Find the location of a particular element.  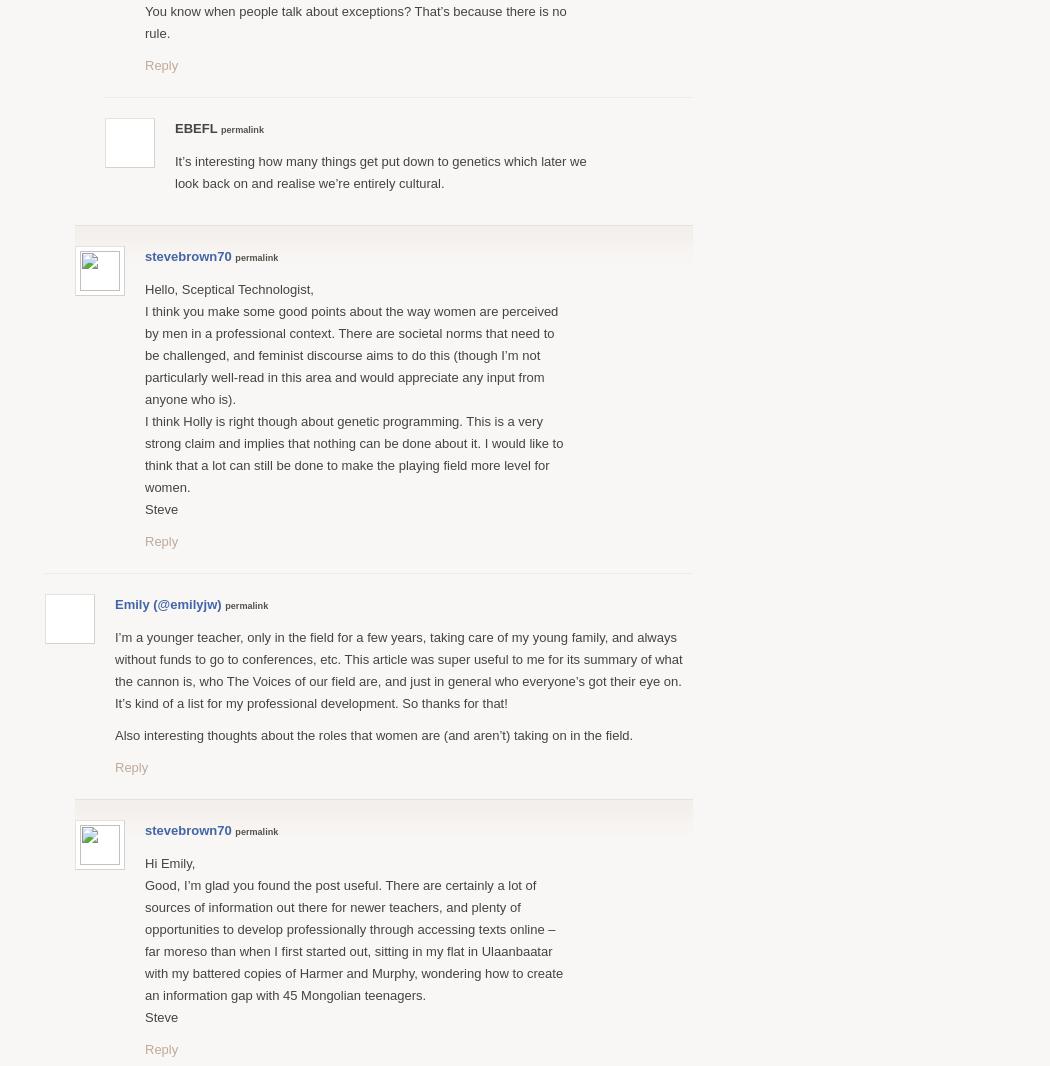

'Hi Emily,' is located at coordinates (169, 862).